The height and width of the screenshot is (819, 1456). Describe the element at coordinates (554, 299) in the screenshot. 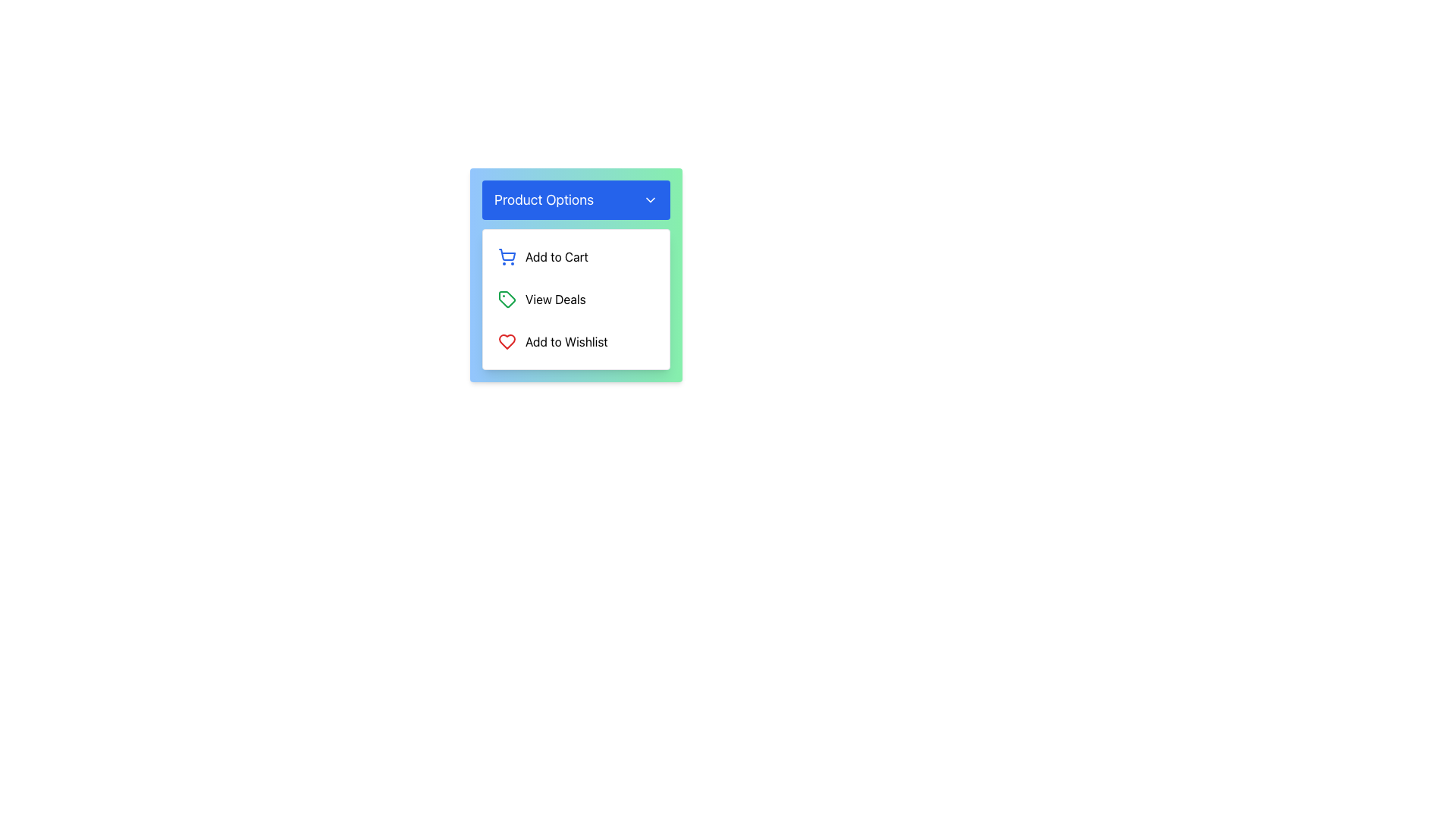

I see `the text label that displays available deals or discounts, which is the second option in a vertical list located between 'Add to Cart' and 'Add to Wishlist'` at that location.